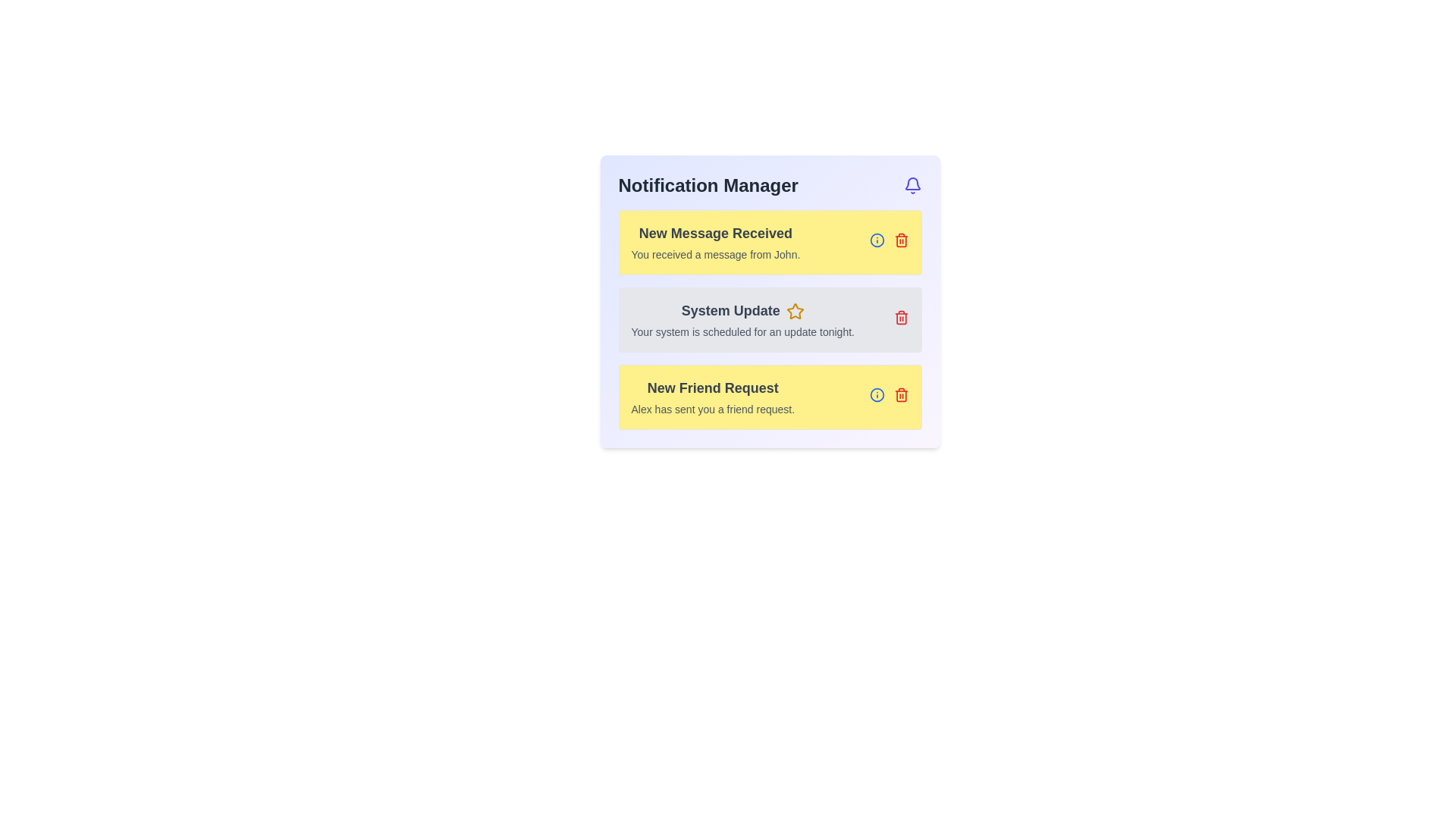  What do you see at coordinates (770, 185) in the screenshot?
I see `the 'Notification Manager' text heading, which is a bold, large font header in dark gray color at the top of the notification panel` at bounding box center [770, 185].